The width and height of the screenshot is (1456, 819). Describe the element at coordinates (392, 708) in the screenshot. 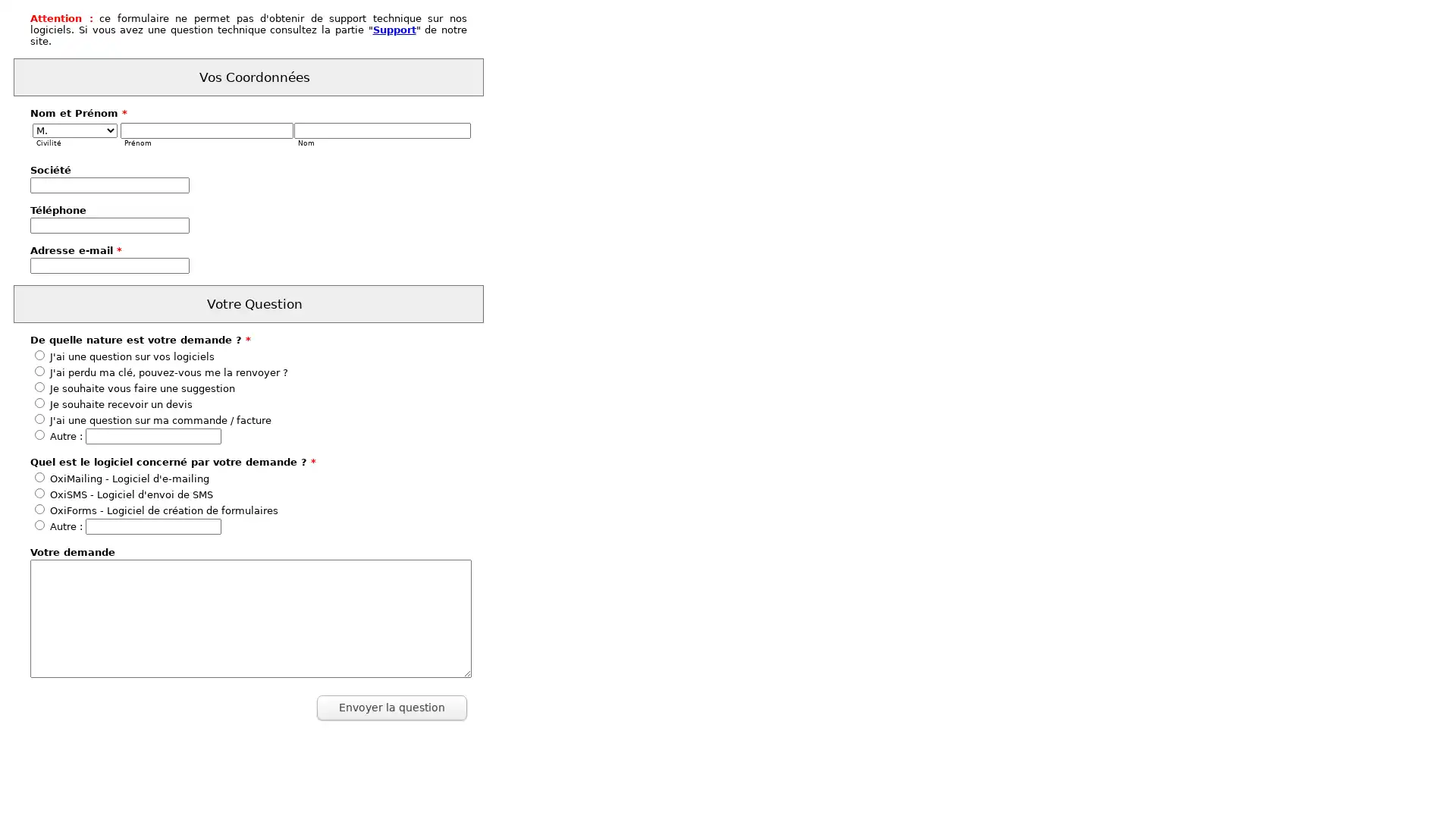

I see `Envoyer la question` at that location.